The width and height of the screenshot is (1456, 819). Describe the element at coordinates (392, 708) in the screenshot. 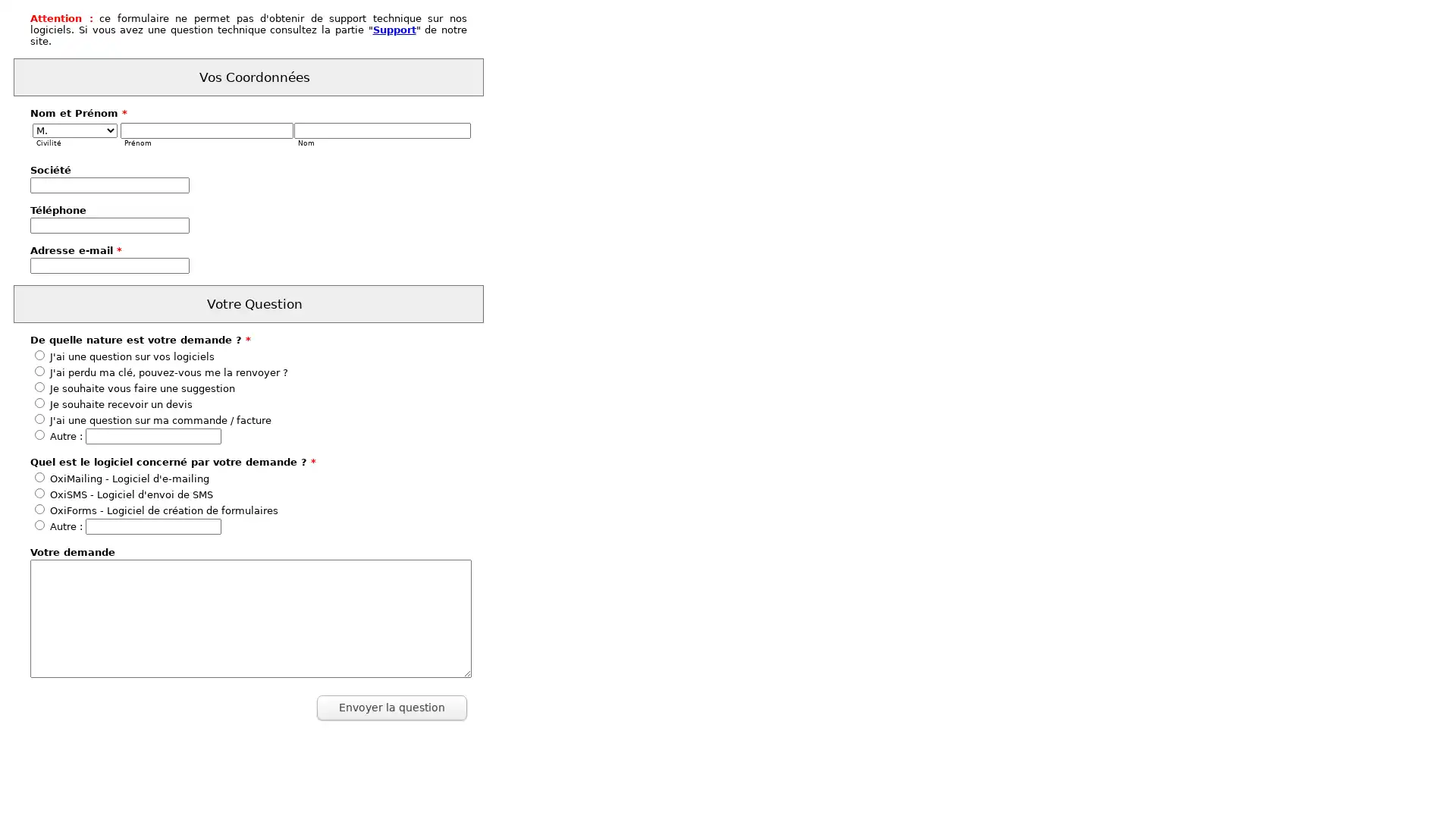

I see `Envoyer la question` at that location.